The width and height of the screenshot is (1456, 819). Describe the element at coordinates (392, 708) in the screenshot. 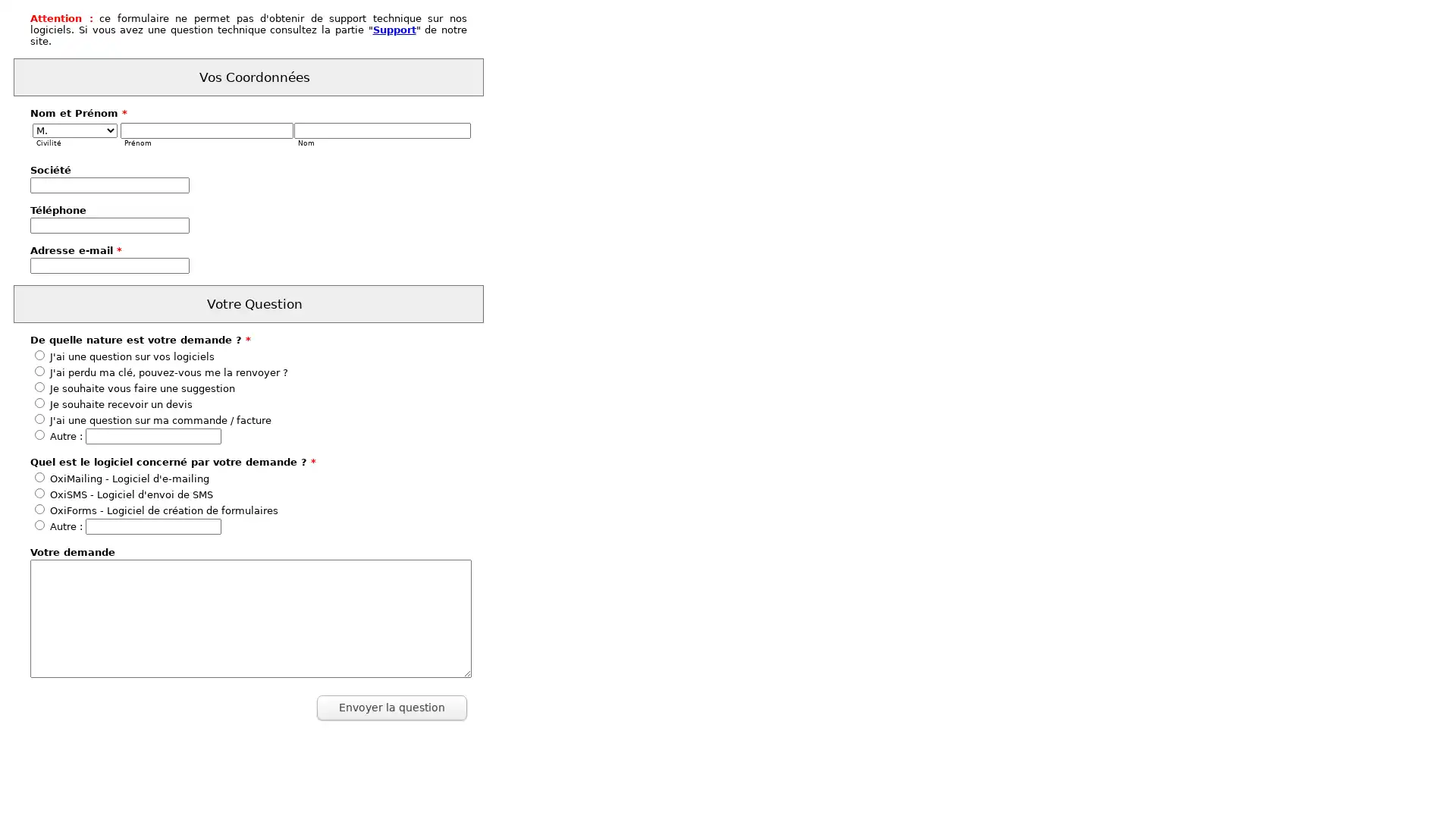

I see `Envoyer la question` at that location.